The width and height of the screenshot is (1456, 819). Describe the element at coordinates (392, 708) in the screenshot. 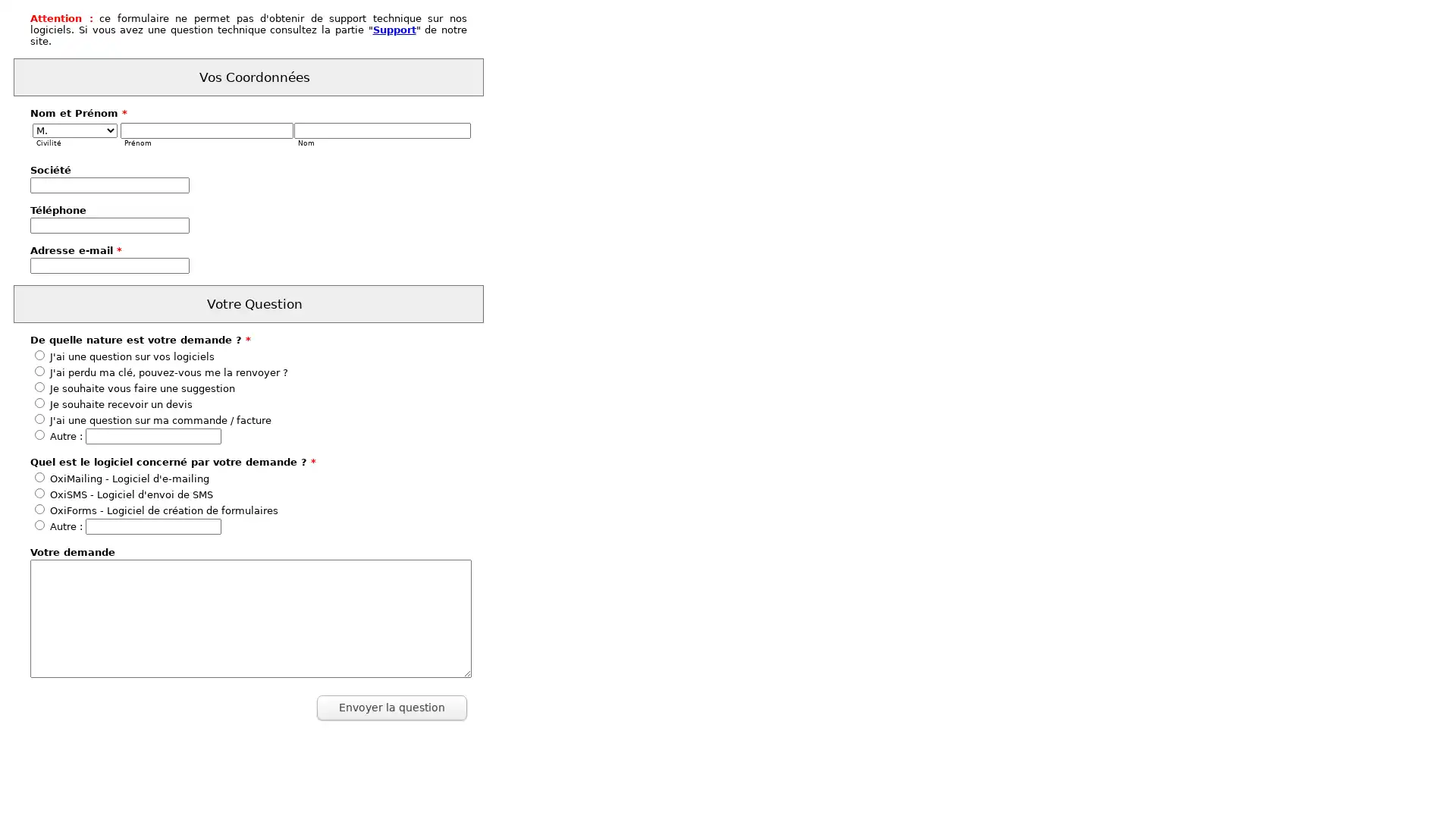

I see `Envoyer la question` at that location.